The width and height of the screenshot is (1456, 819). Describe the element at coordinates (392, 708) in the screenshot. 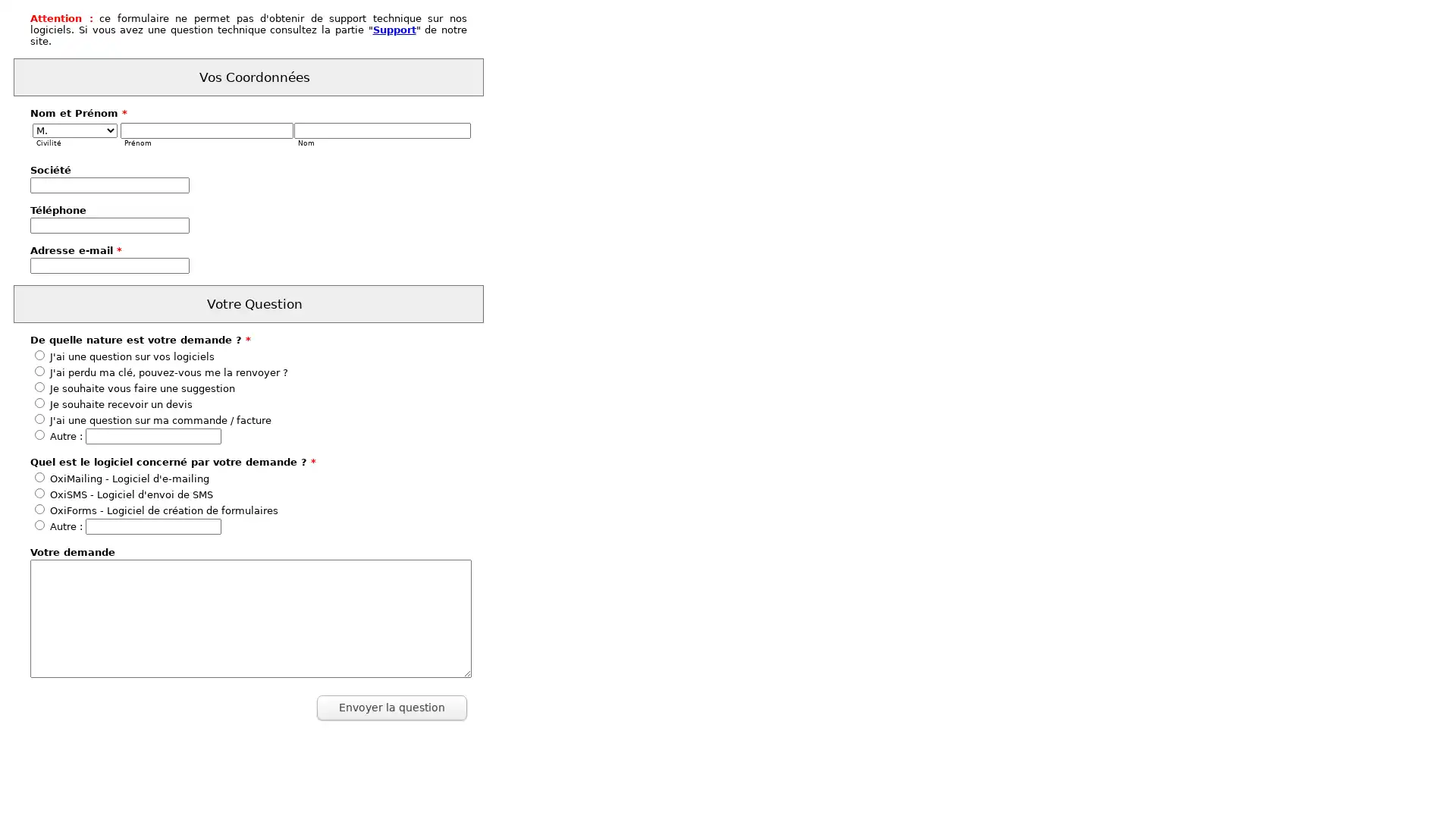

I see `Envoyer la question` at that location.